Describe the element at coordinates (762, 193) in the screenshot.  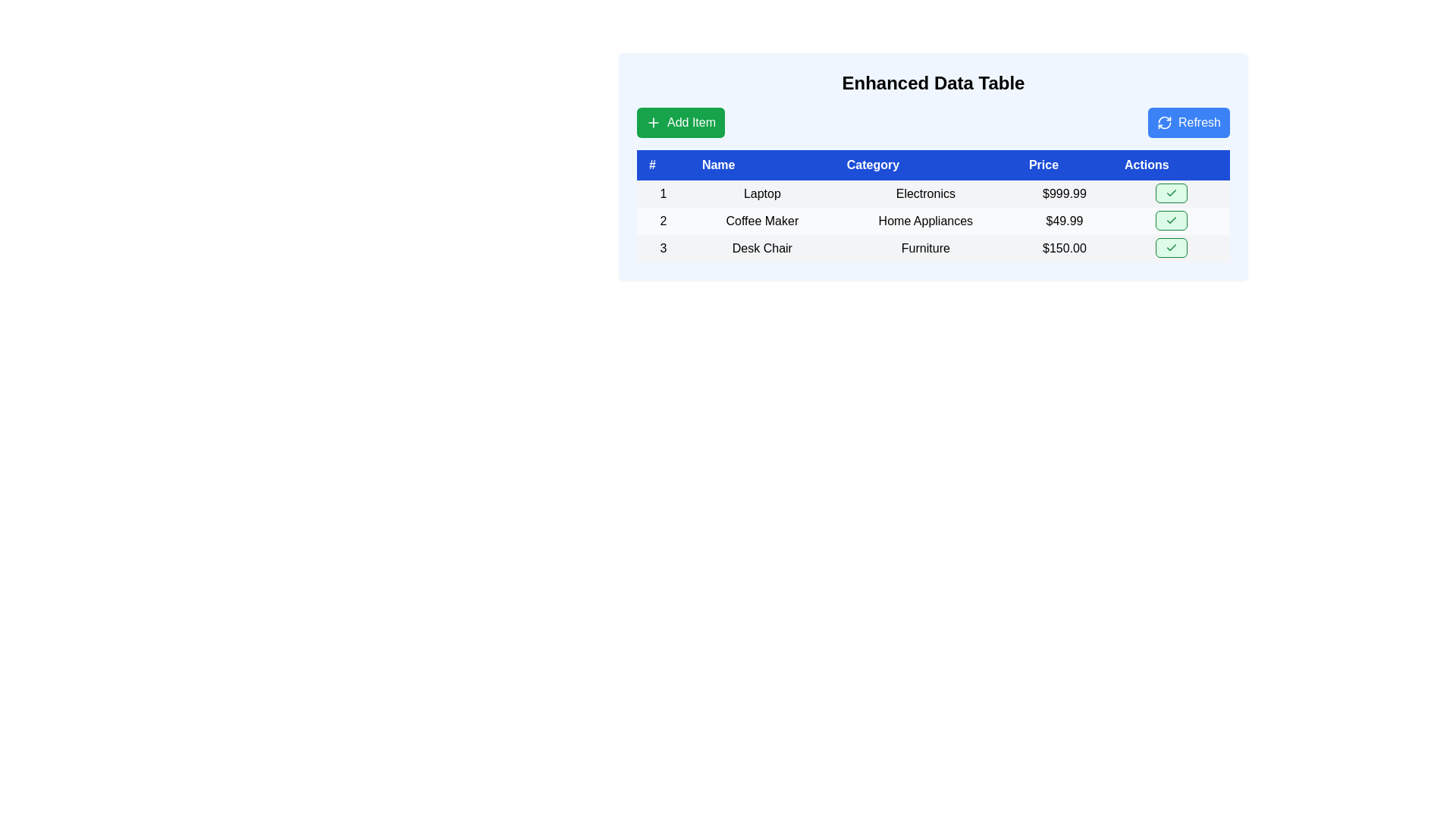
I see `the Text label in the second column of the first row of the data table, which displays the name or title of the item` at that location.